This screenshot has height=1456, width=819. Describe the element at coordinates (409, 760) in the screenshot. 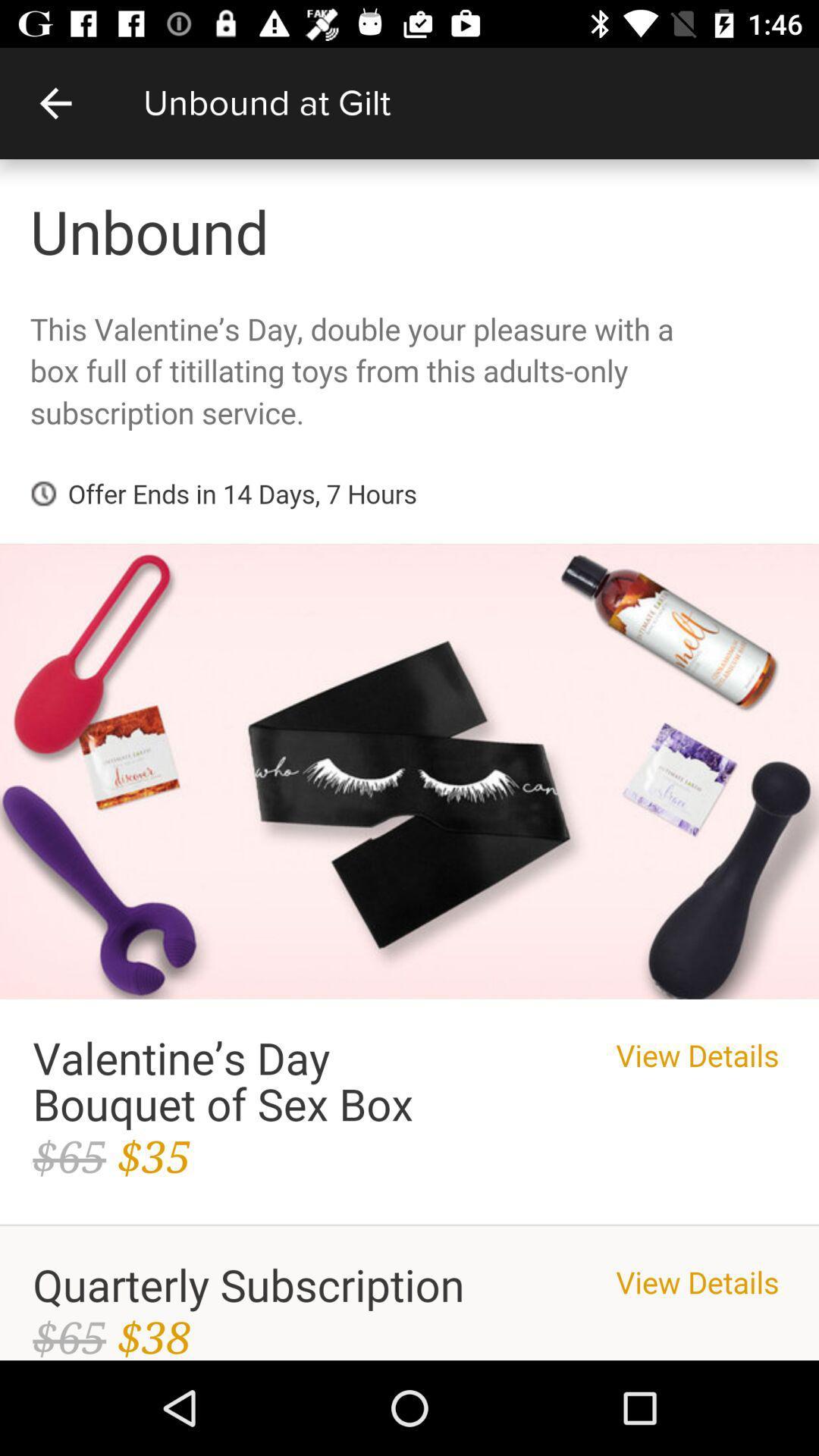

I see `for adverisment` at that location.